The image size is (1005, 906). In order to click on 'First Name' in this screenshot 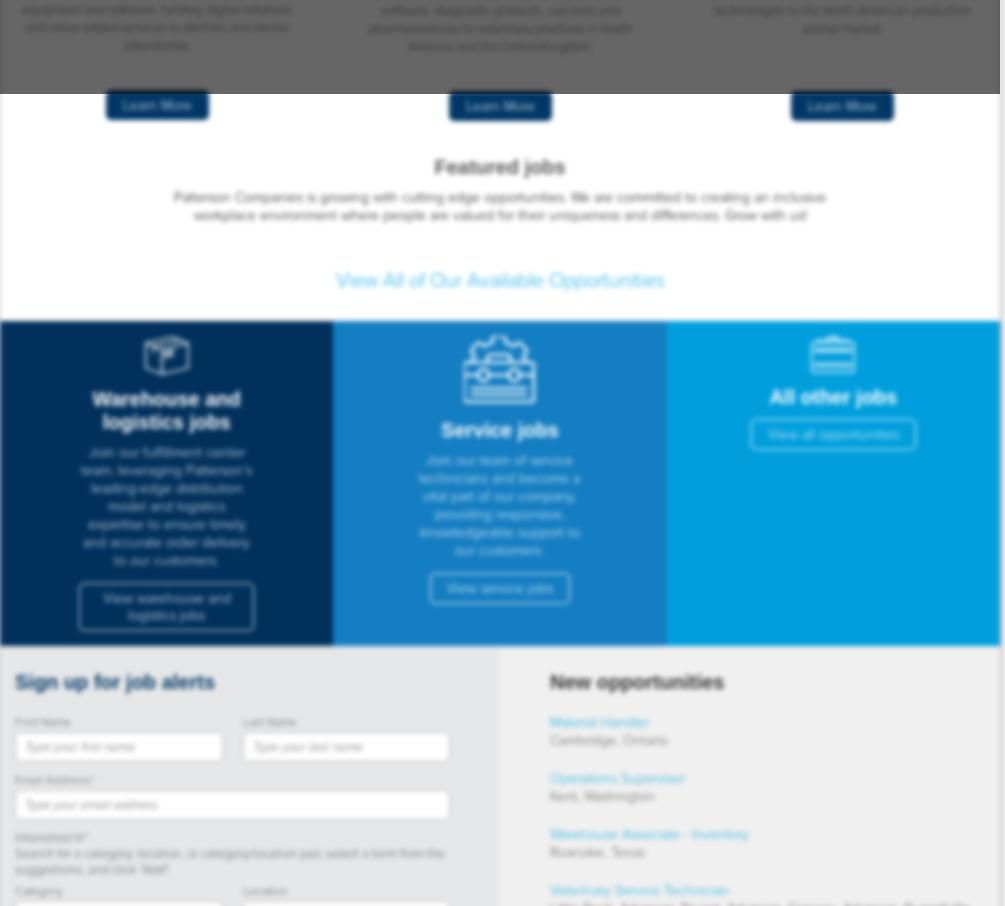, I will do `click(43, 722)`.